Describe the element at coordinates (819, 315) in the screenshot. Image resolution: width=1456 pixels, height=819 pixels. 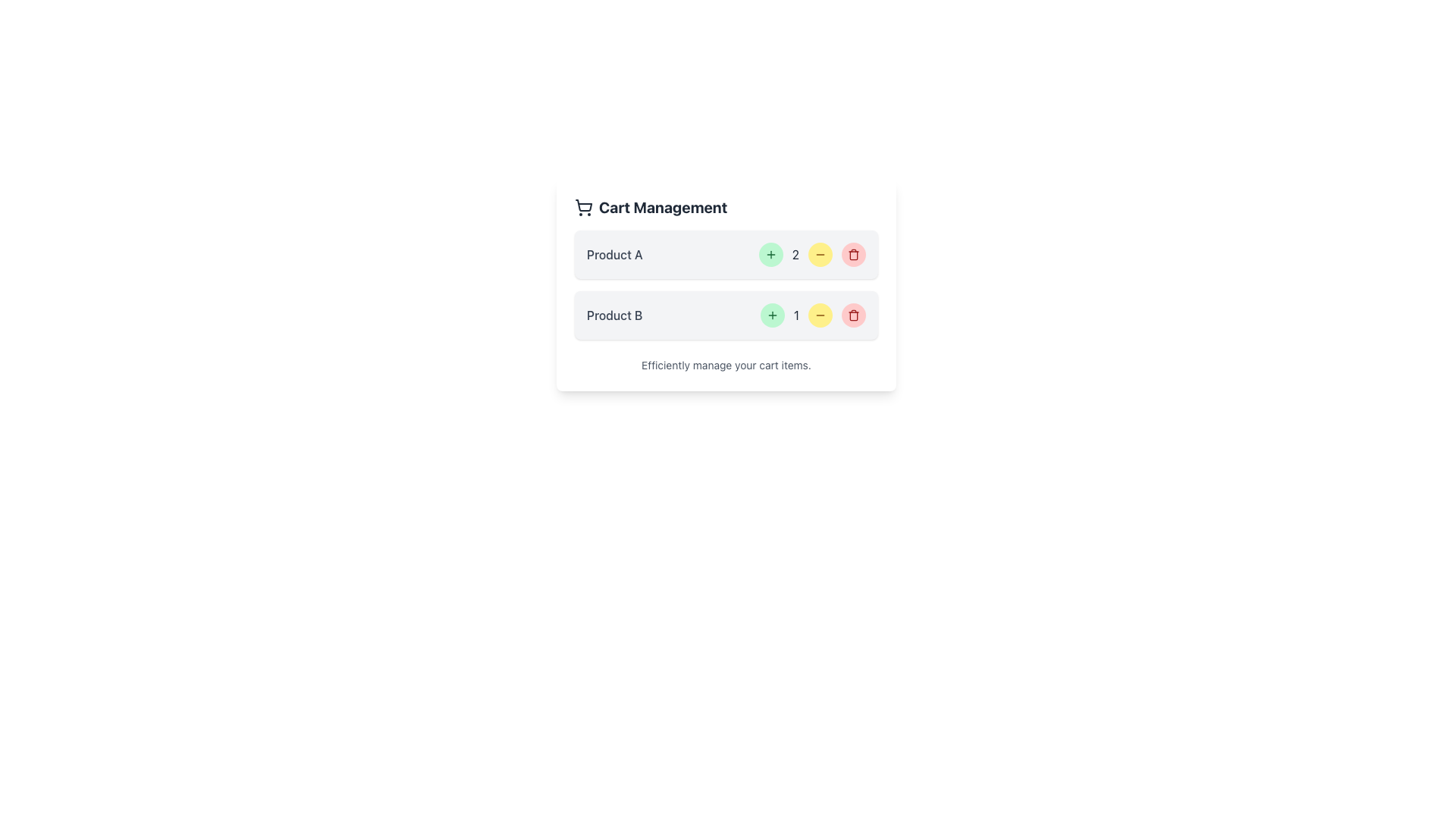
I see `the button with a minus symbol to decrease the quantity of 'Product B' located on the right side of its row` at that location.